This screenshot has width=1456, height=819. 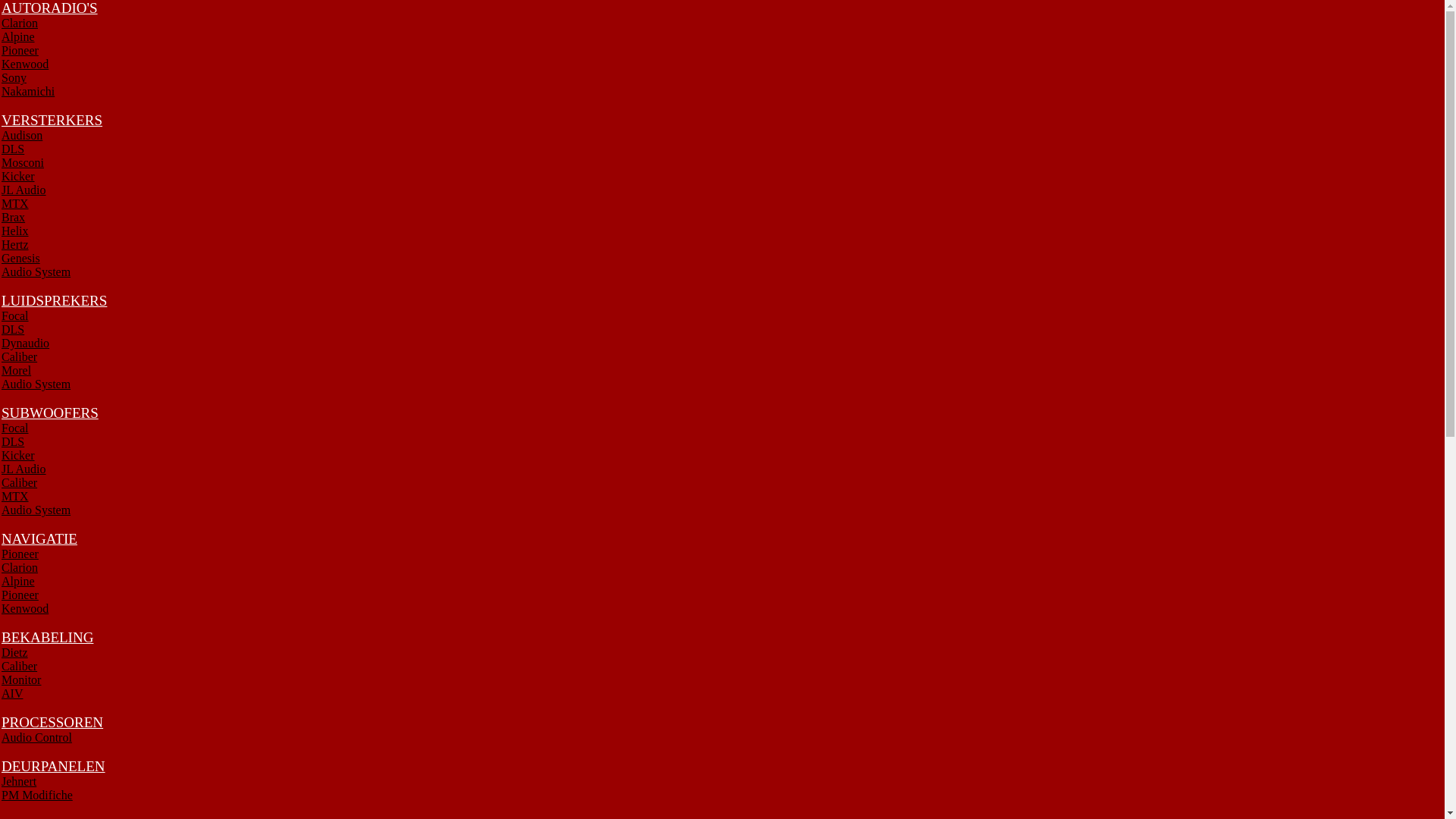 I want to click on 'Clarion', so click(x=19, y=567).